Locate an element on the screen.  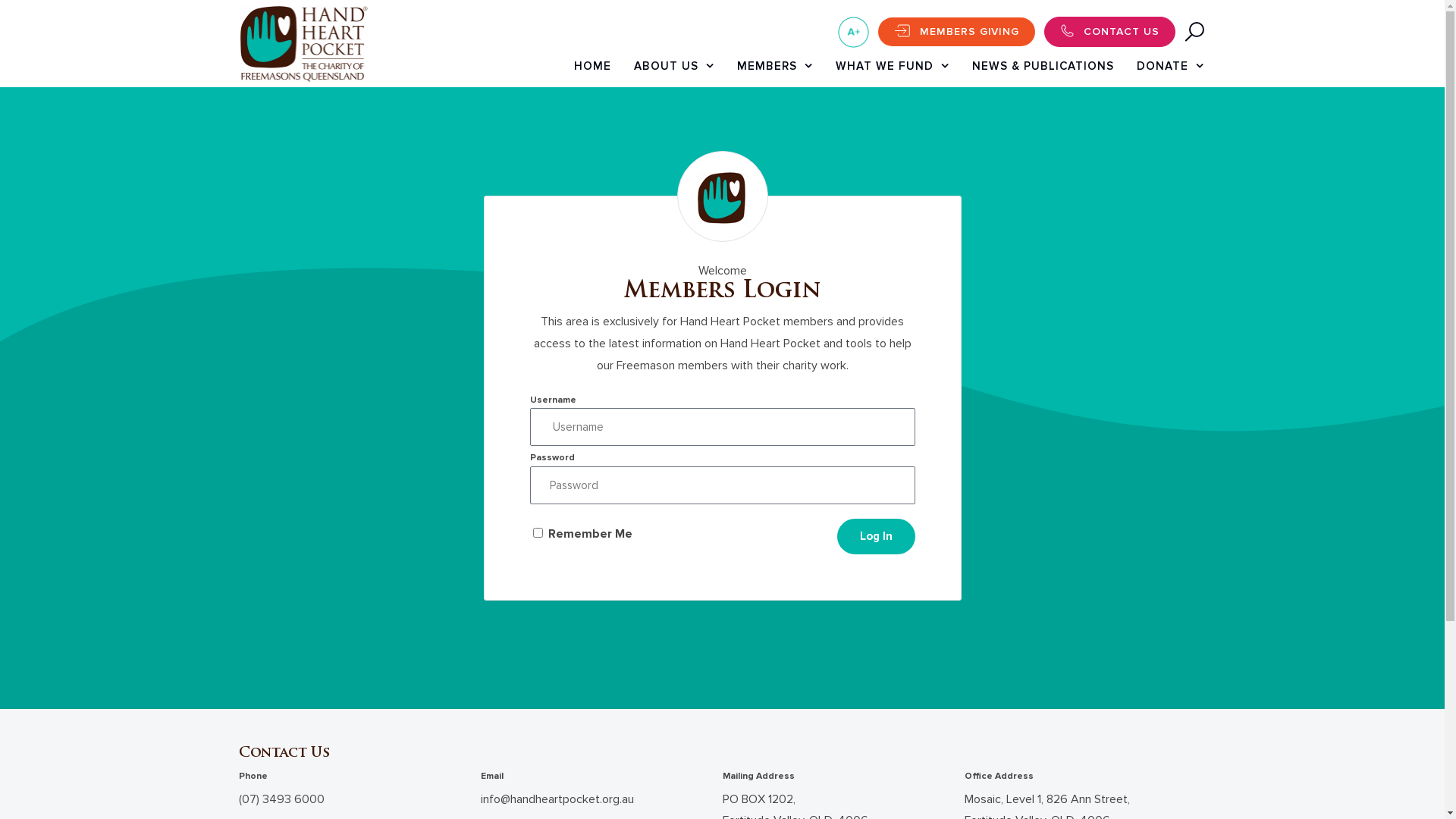
'ui-hhp-logo@2x' is located at coordinates (303, 42).